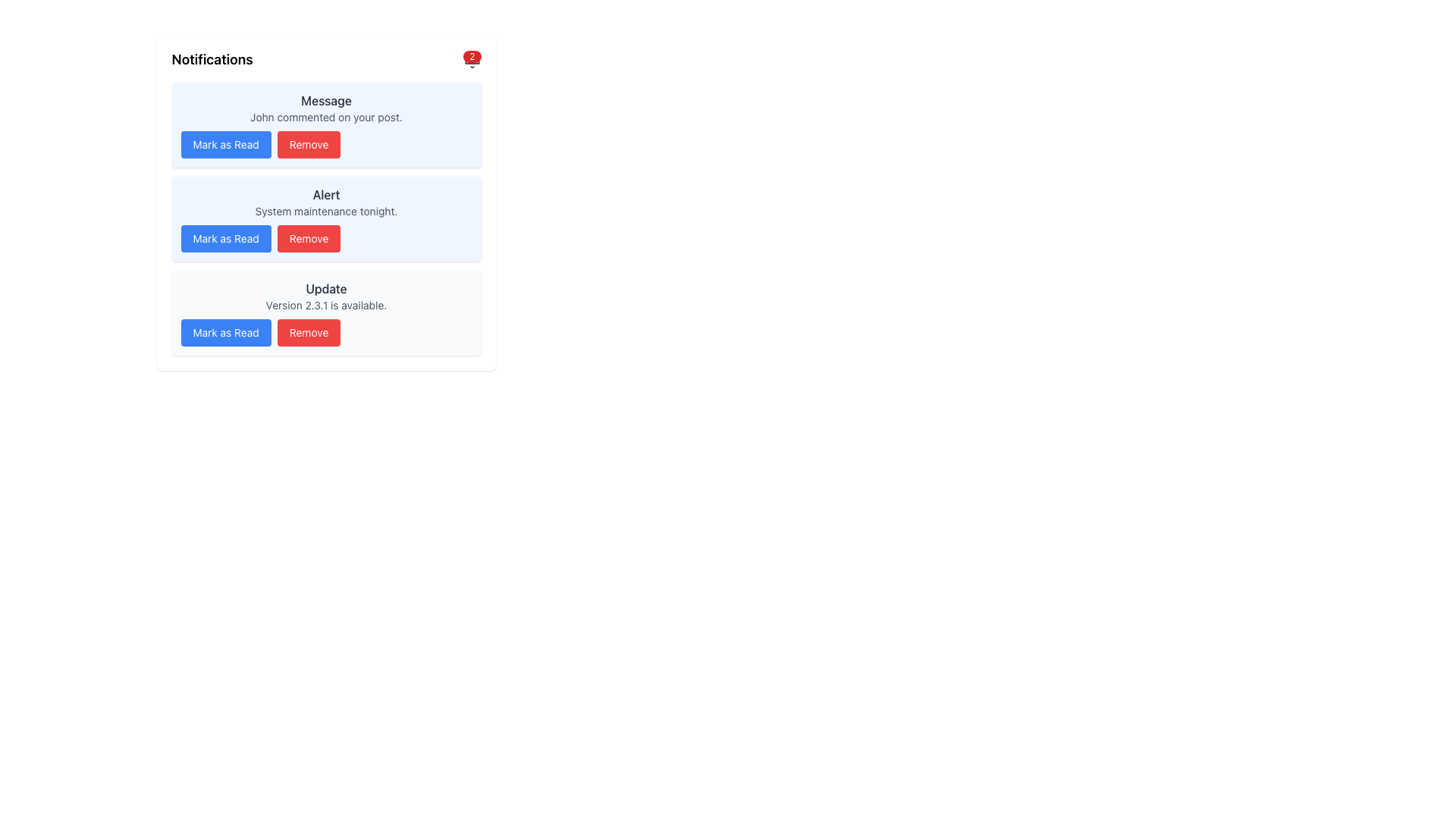 This screenshot has height=819, width=1456. What do you see at coordinates (325, 305) in the screenshot?
I see `the text label displaying 'Version 2.3.1 is available' located below the 'Update' heading in the notification card` at bounding box center [325, 305].